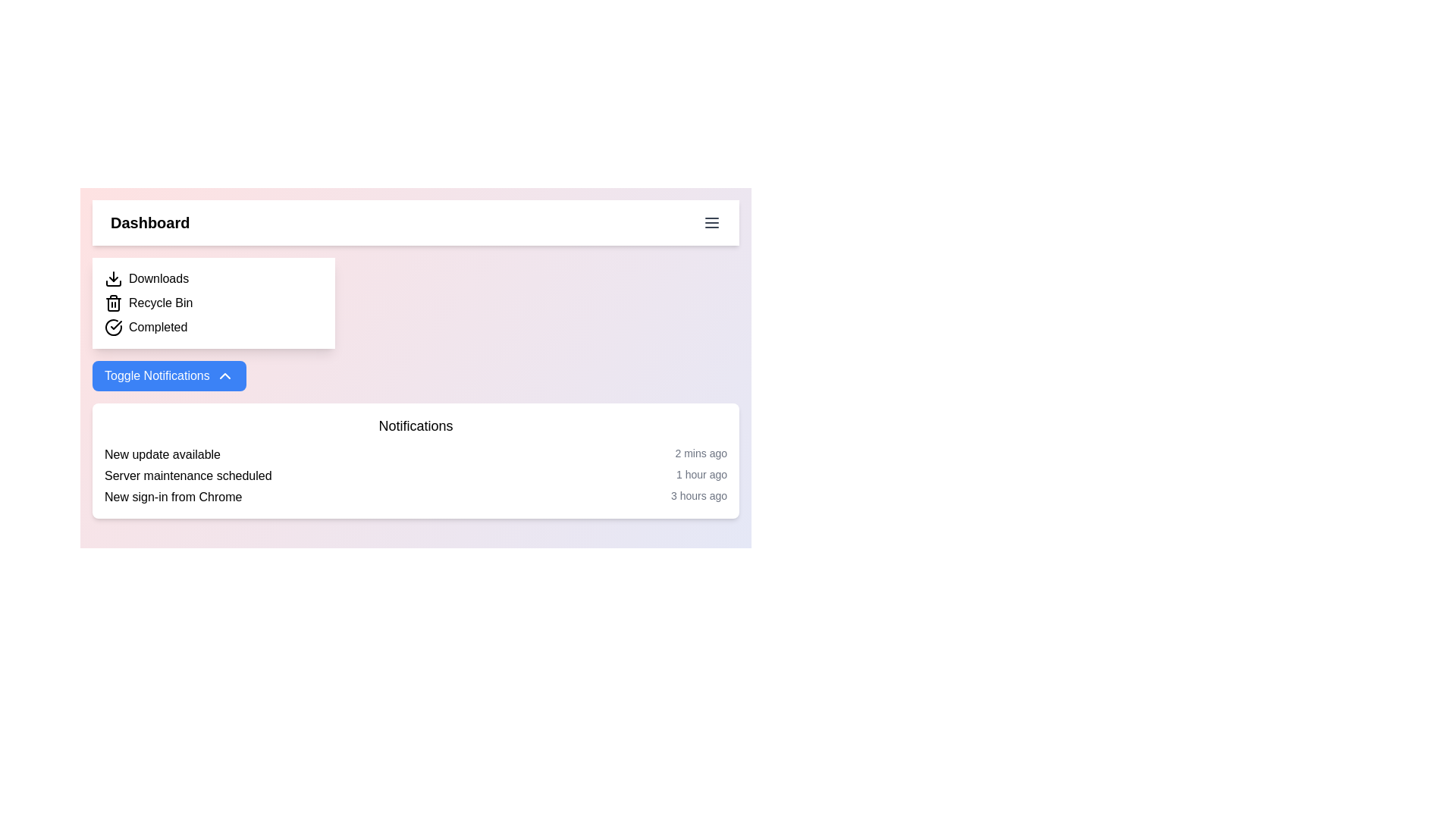  I want to click on the circular icon with a checkmark inside that represents a completed check action, located next to the 'Completed' text label in the 'Dashboard' menu dropdown, so click(112, 327).